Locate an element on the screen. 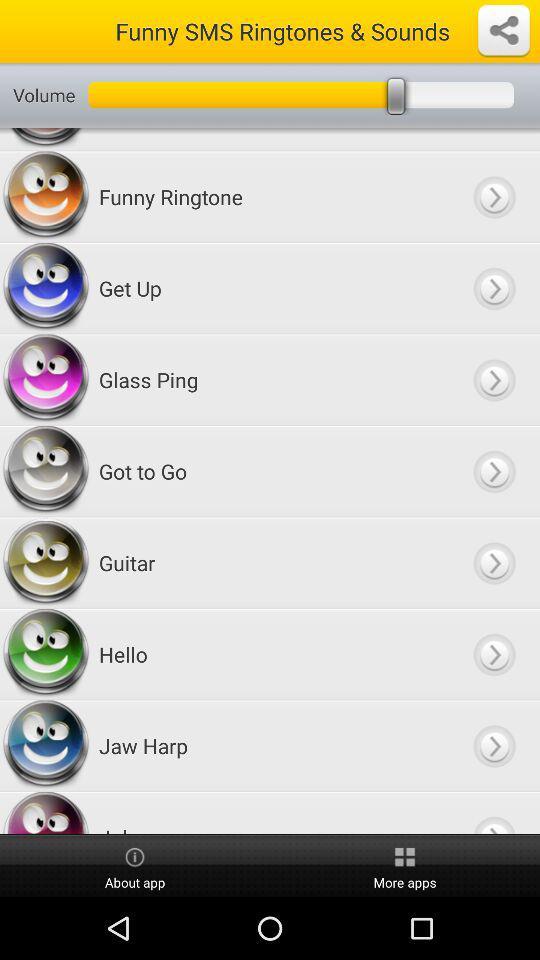  next is located at coordinates (493, 197).